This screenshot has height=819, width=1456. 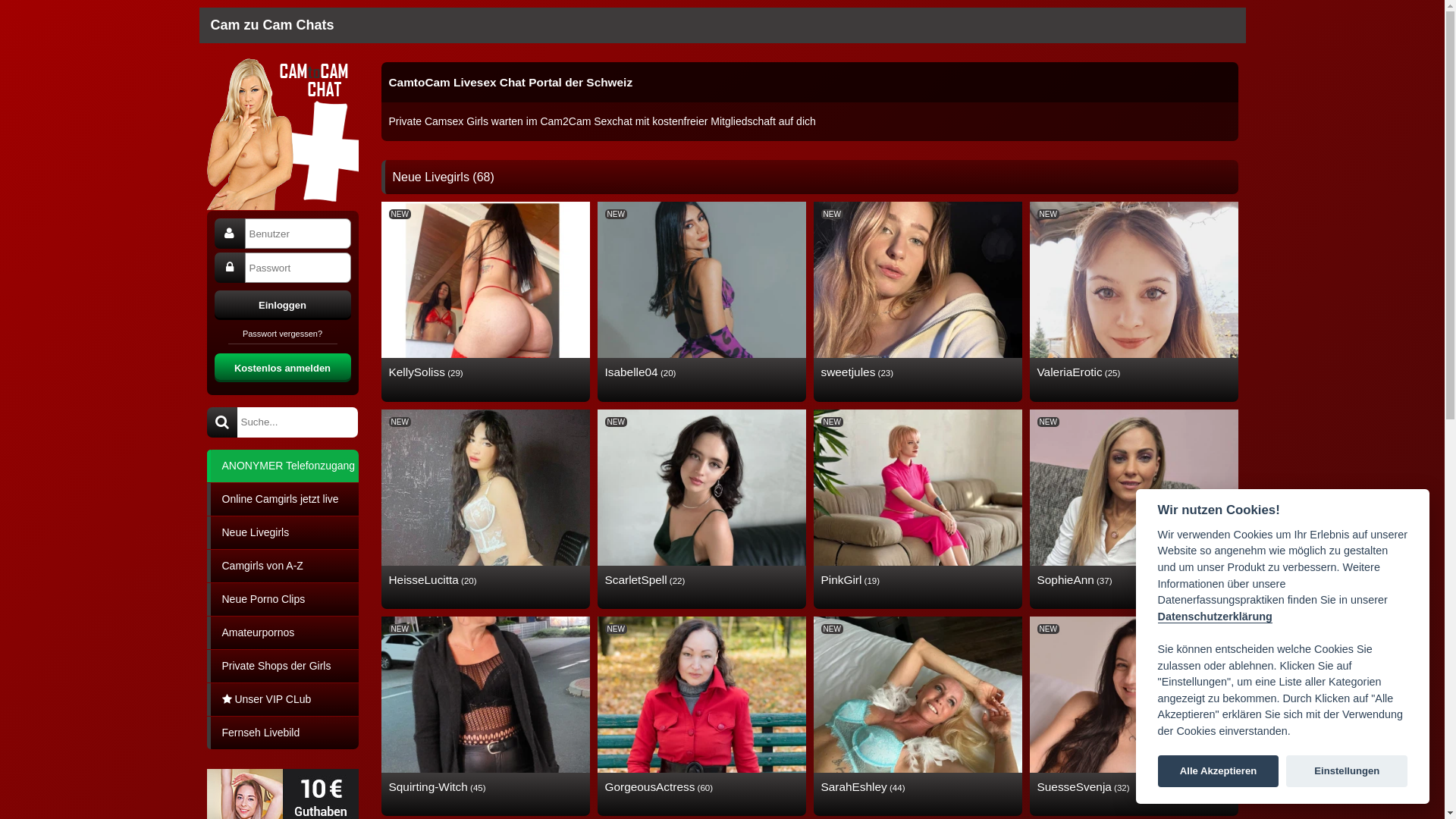 What do you see at coordinates (282, 335) in the screenshot?
I see `'Passwort vergessen?'` at bounding box center [282, 335].